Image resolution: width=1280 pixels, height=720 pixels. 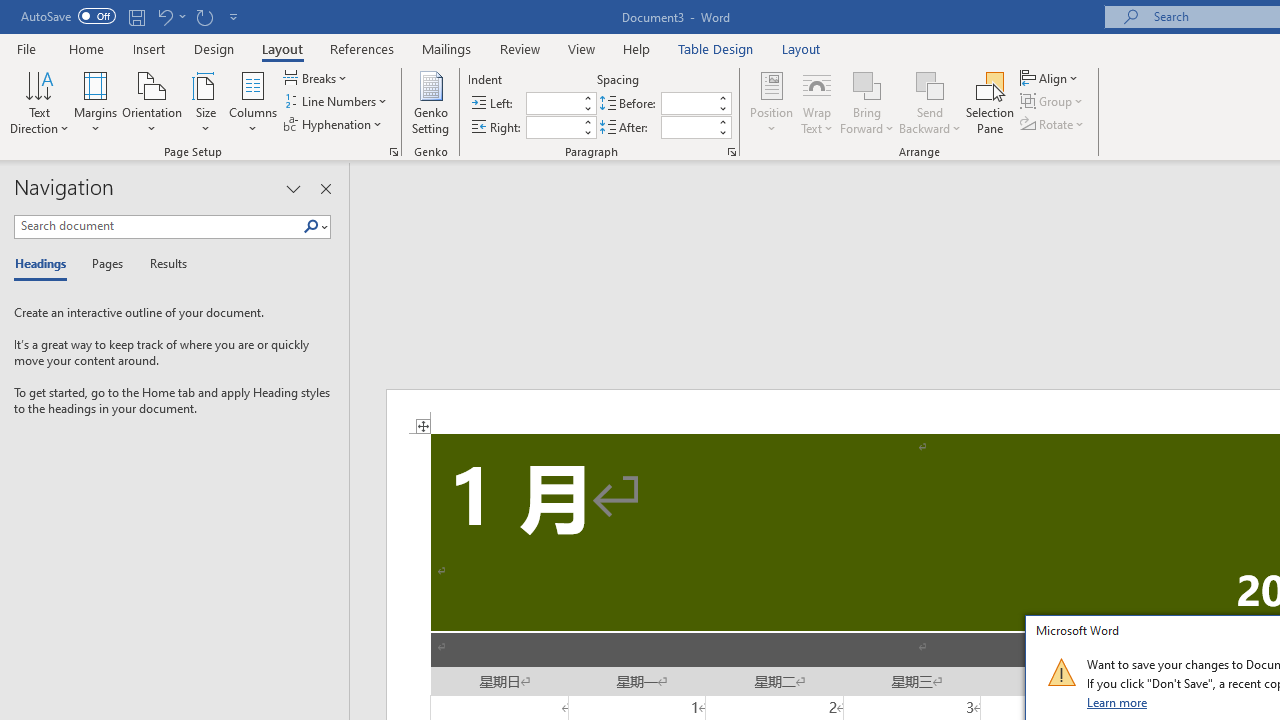 I want to click on 'Size', so click(x=206, y=103).